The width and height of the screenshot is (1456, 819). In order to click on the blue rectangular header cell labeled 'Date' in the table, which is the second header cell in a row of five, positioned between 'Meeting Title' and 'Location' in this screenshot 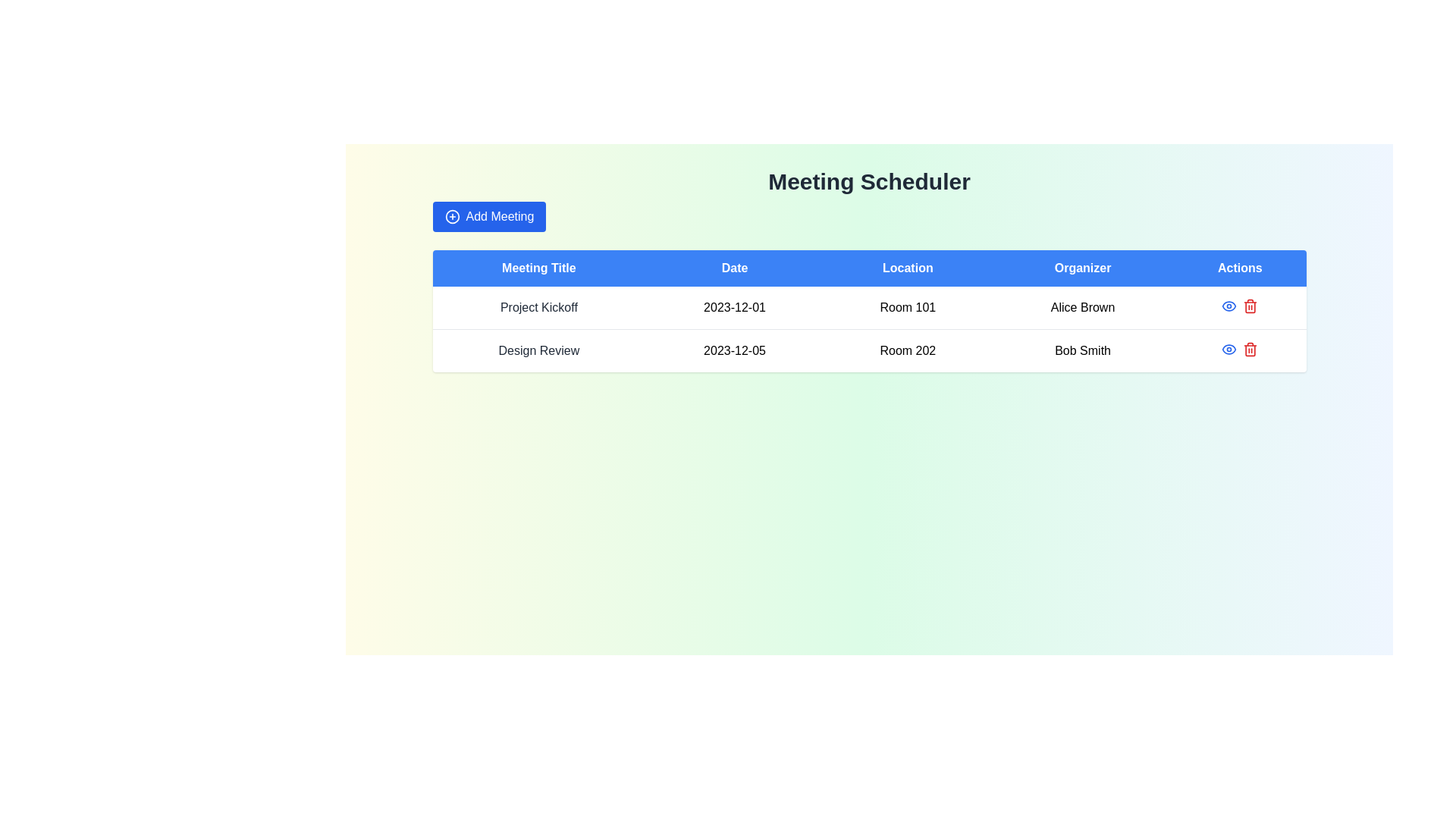, I will do `click(735, 268)`.